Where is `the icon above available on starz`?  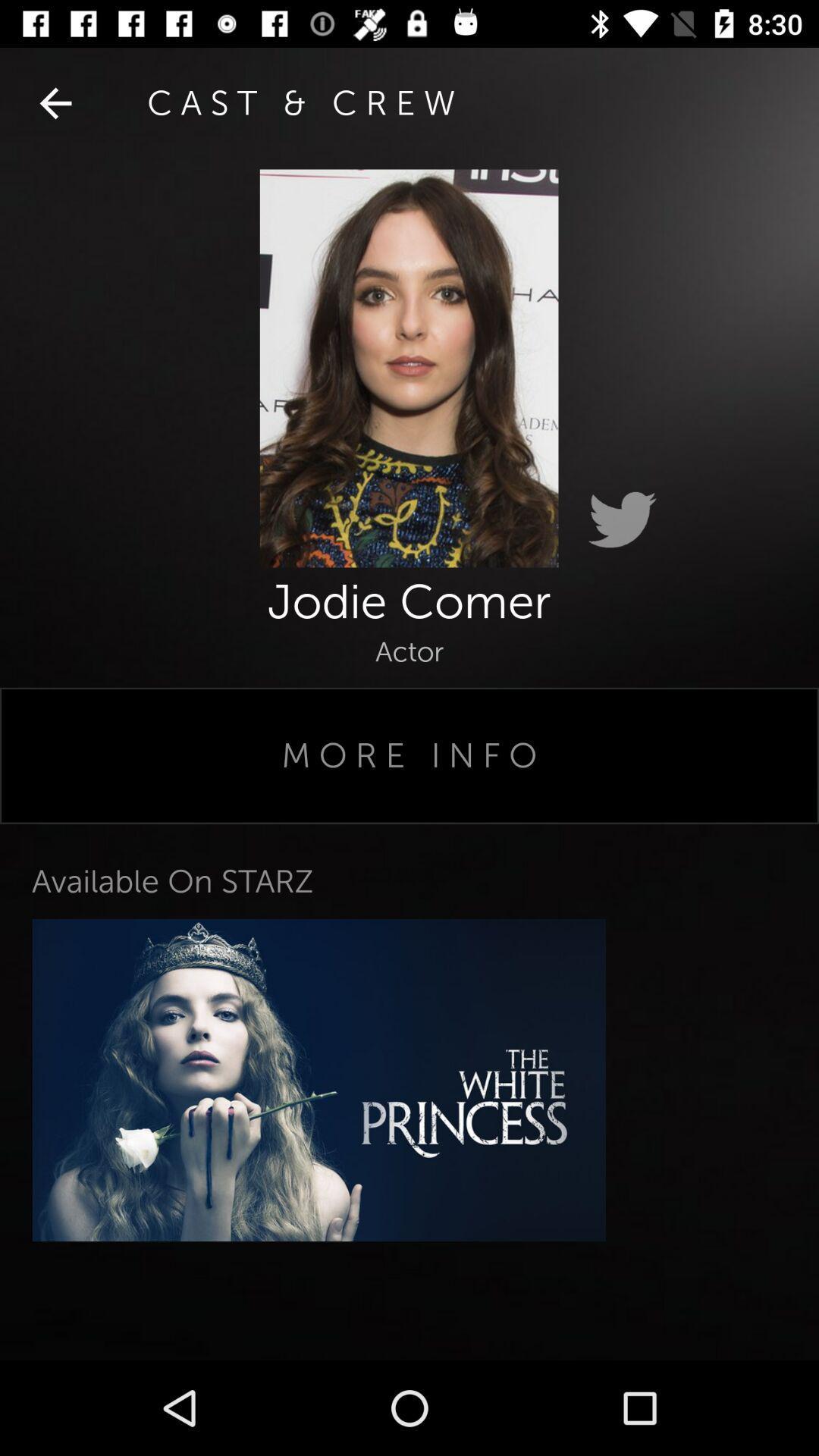
the icon above available on starz is located at coordinates (409, 755).